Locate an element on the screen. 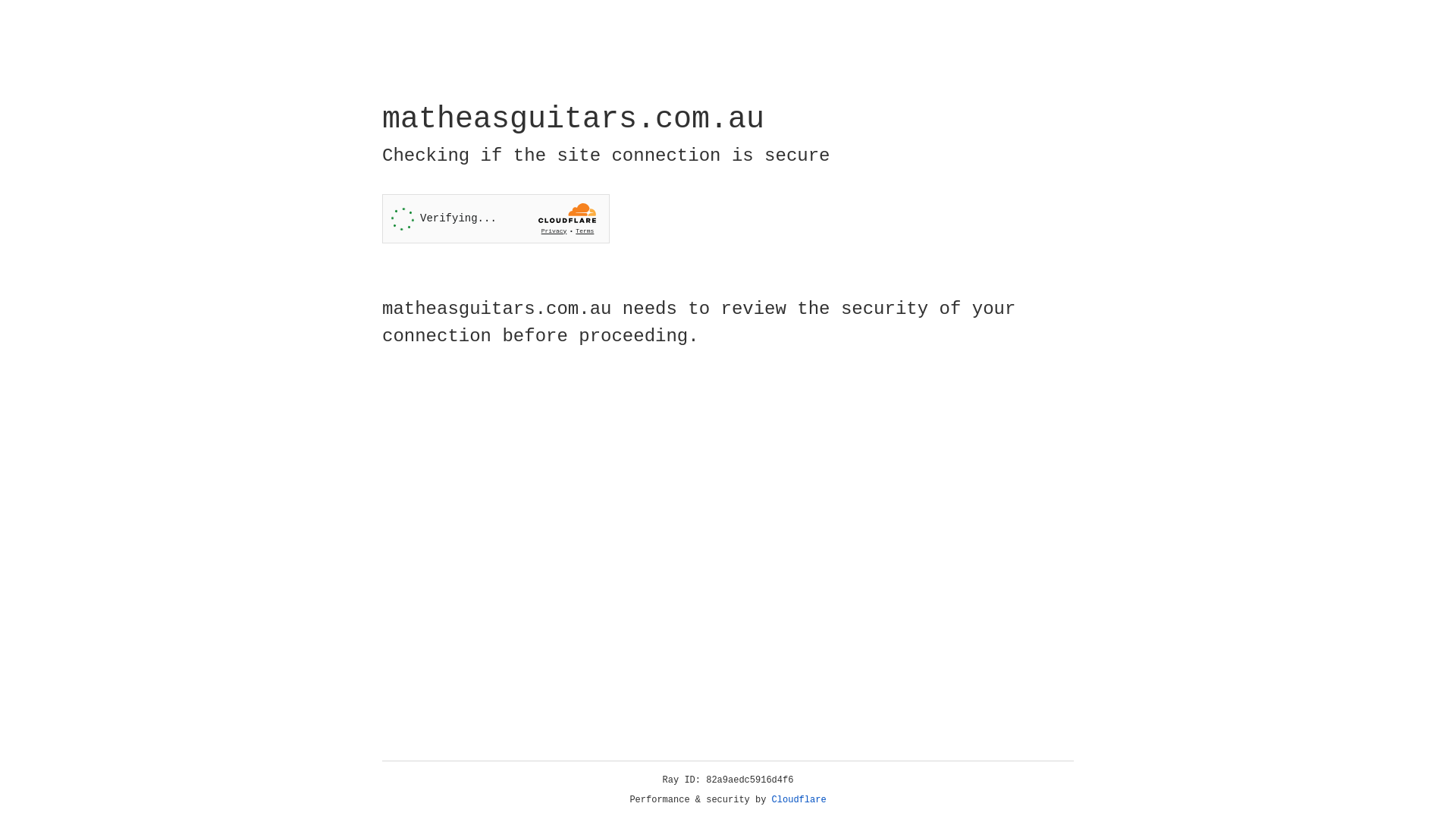 The height and width of the screenshot is (819, 1456). 'Cloudflare' is located at coordinates (799, 799).